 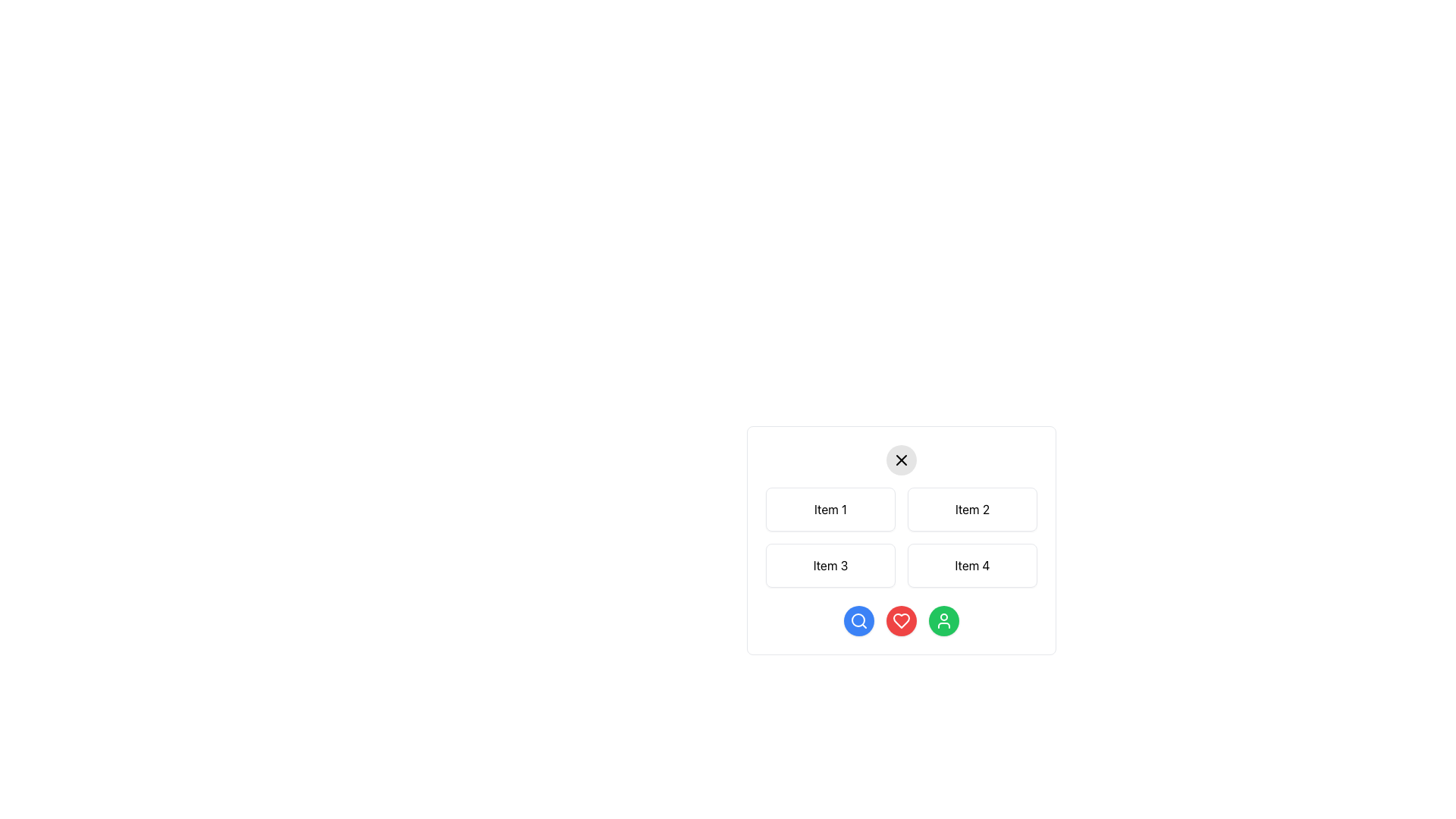 I want to click on the Close Icon, which is a small 'X' shaped icon centered within a circular button located at the top center of the interface, so click(x=902, y=459).